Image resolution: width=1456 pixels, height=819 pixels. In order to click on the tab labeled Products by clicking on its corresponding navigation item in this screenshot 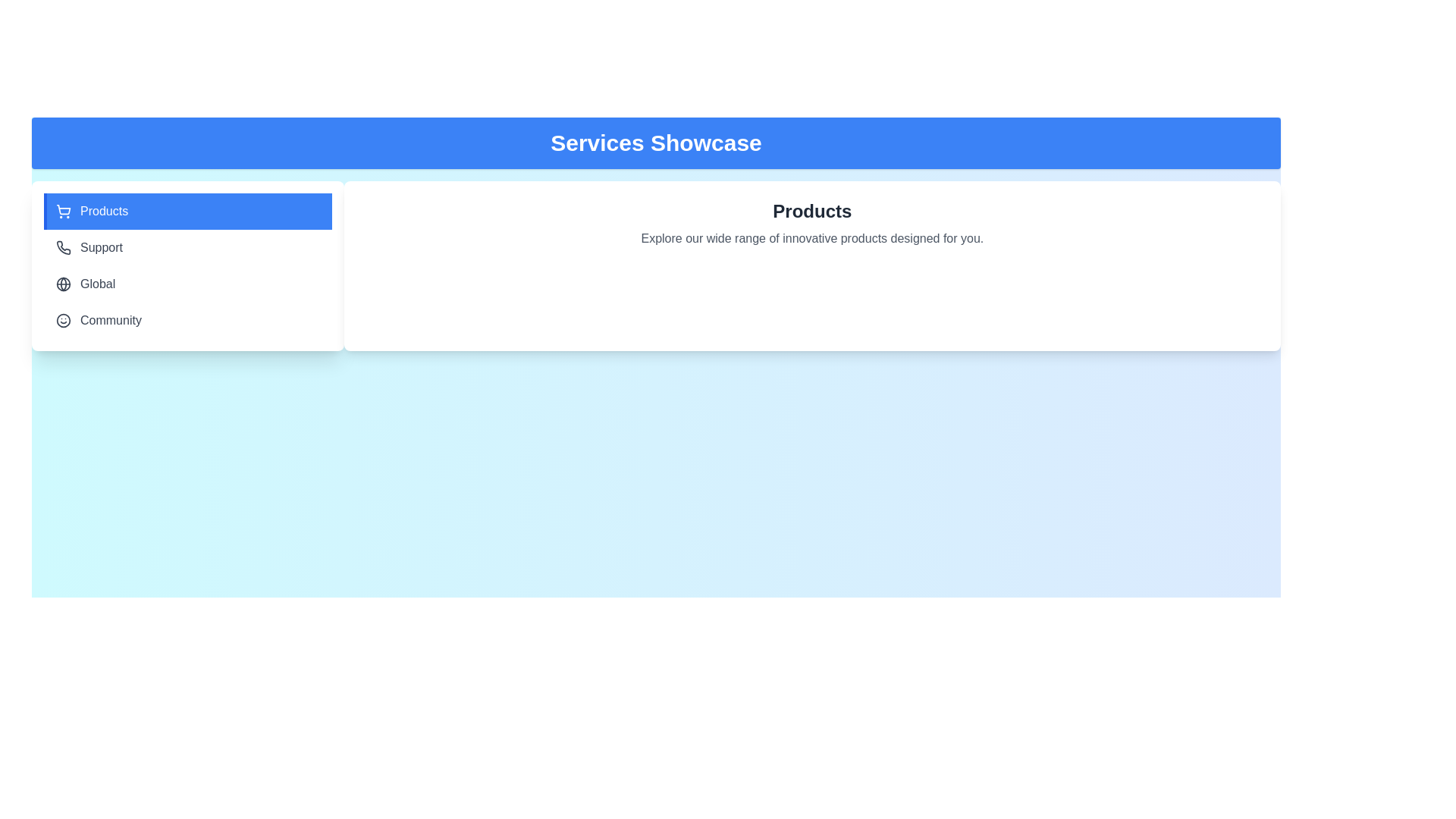, I will do `click(187, 211)`.